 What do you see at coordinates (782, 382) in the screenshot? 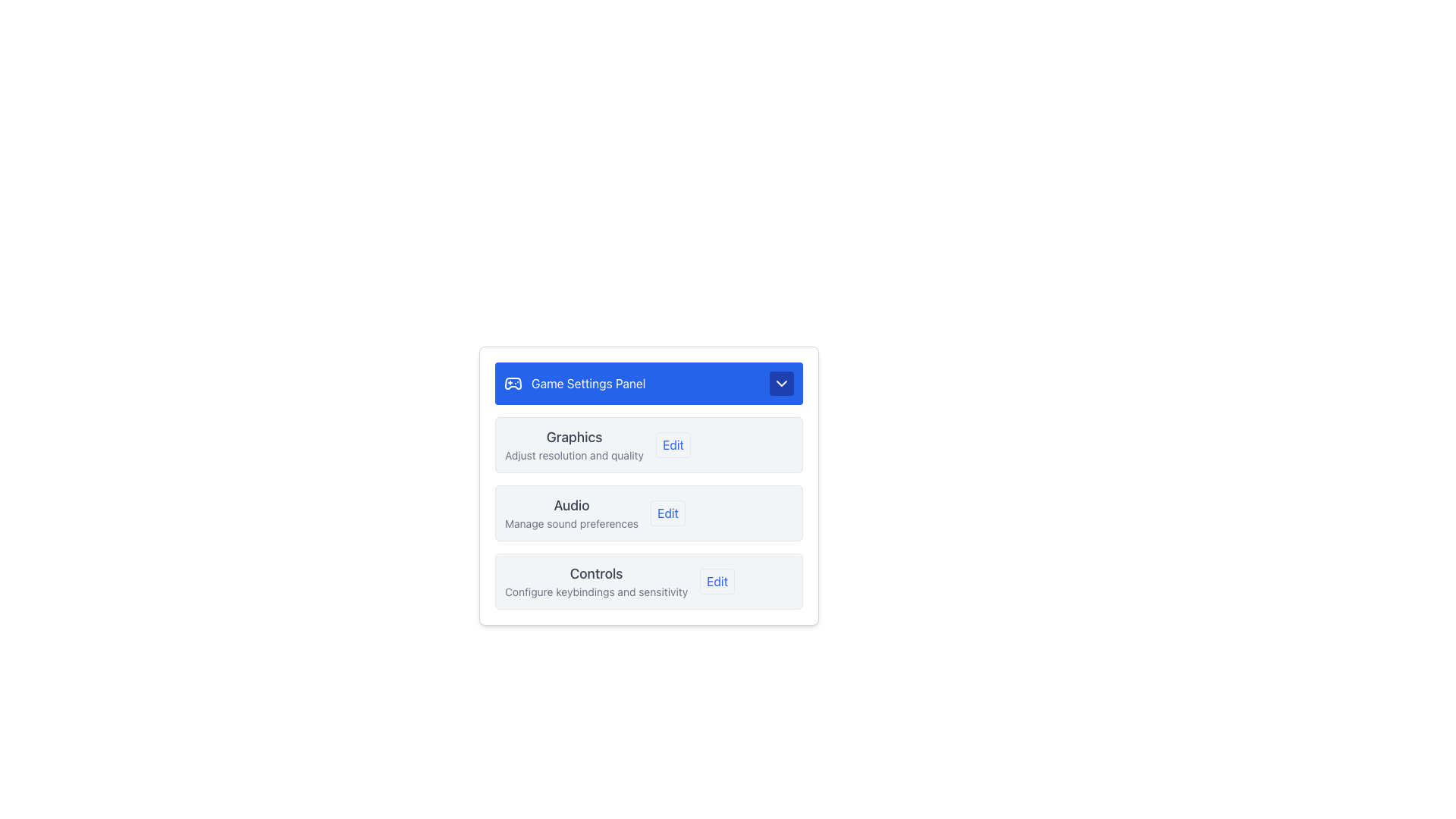
I see `the downward-pointing chevron icon located in the blue button at the top-right corner of the 'Game Settings Panel'` at bounding box center [782, 382].